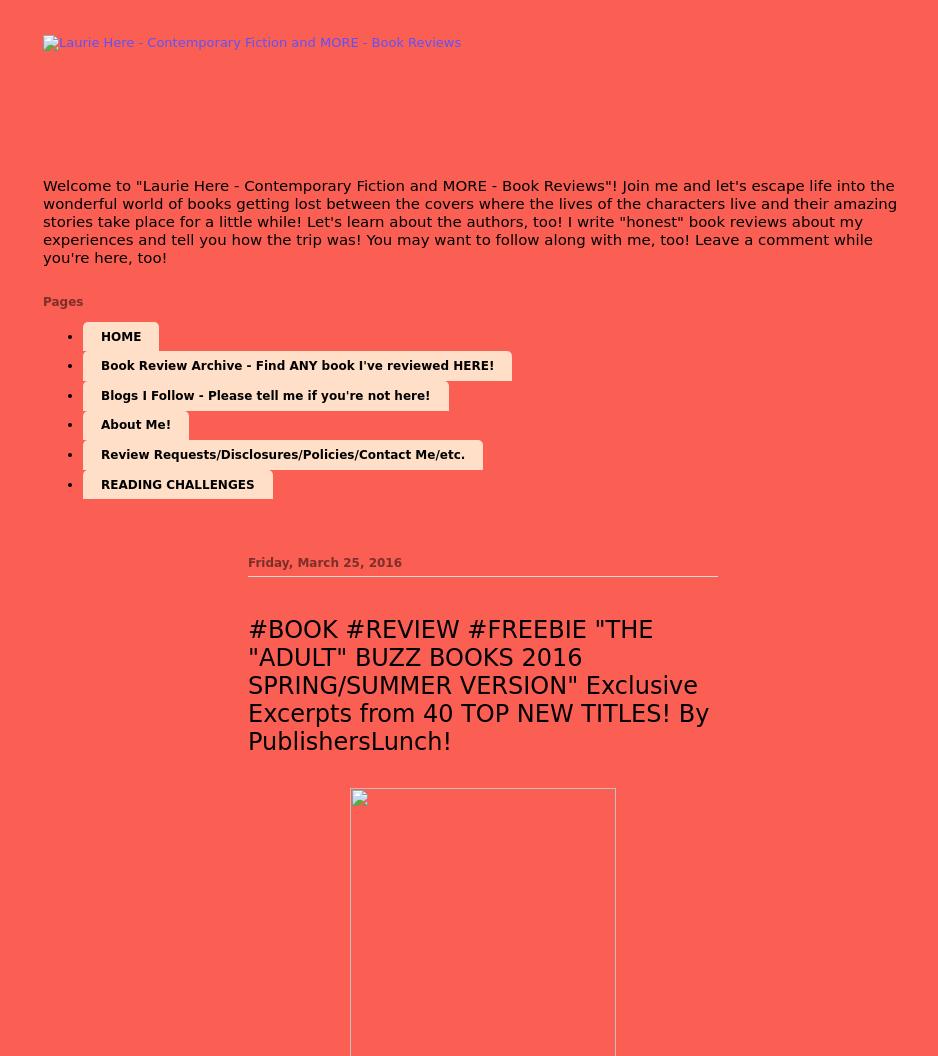 This screenshot has width=938, height=1056. I want to click on 'Review Requests/Disclosures/Policies/Contact Me/etc.', so click(282, 455).